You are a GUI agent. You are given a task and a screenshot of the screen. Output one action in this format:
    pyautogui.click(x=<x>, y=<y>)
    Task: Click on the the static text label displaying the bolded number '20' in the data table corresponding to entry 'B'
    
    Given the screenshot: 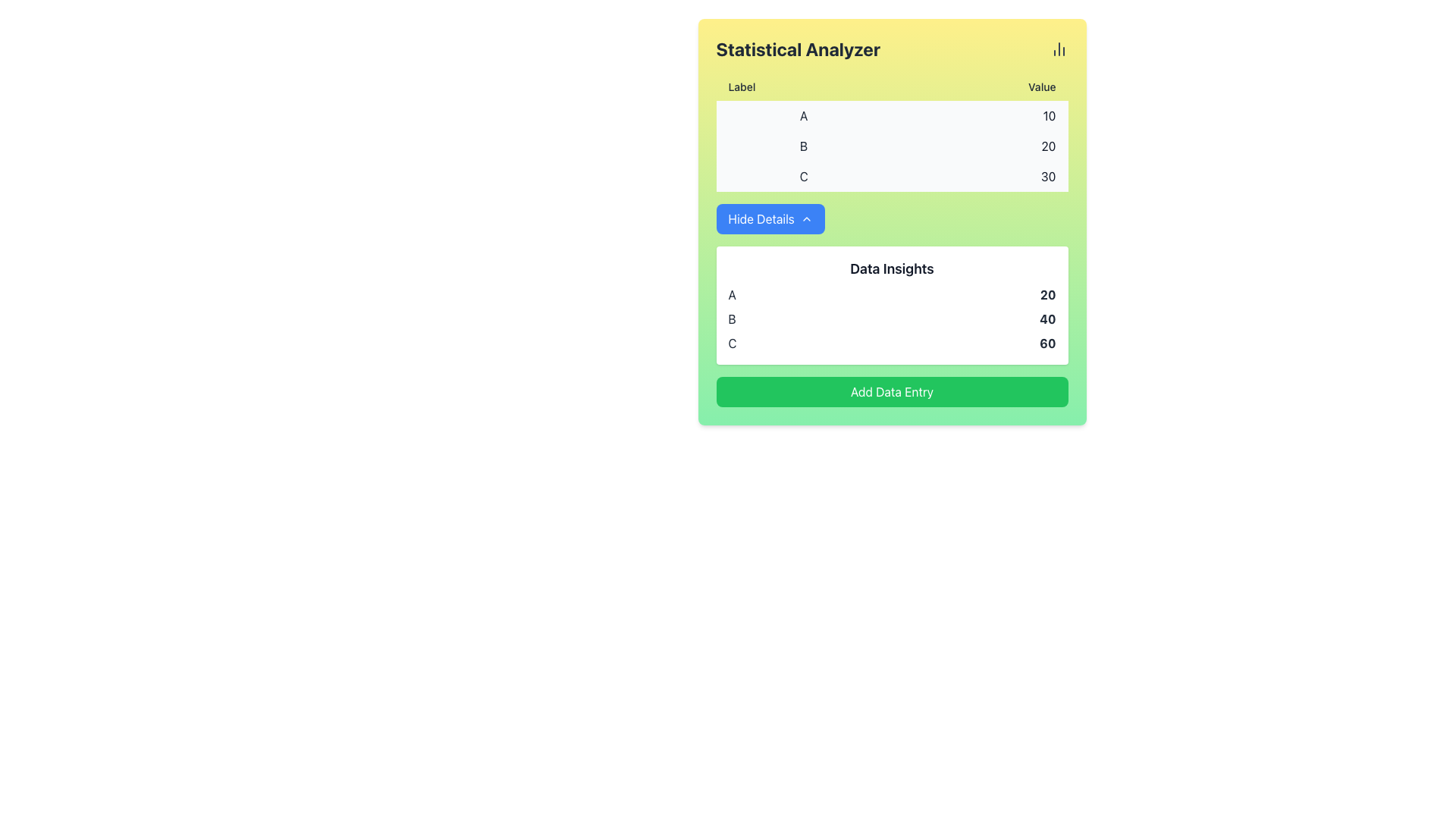 What is the action you would take?
    pyautogui.click(x=1047, y=295)
    